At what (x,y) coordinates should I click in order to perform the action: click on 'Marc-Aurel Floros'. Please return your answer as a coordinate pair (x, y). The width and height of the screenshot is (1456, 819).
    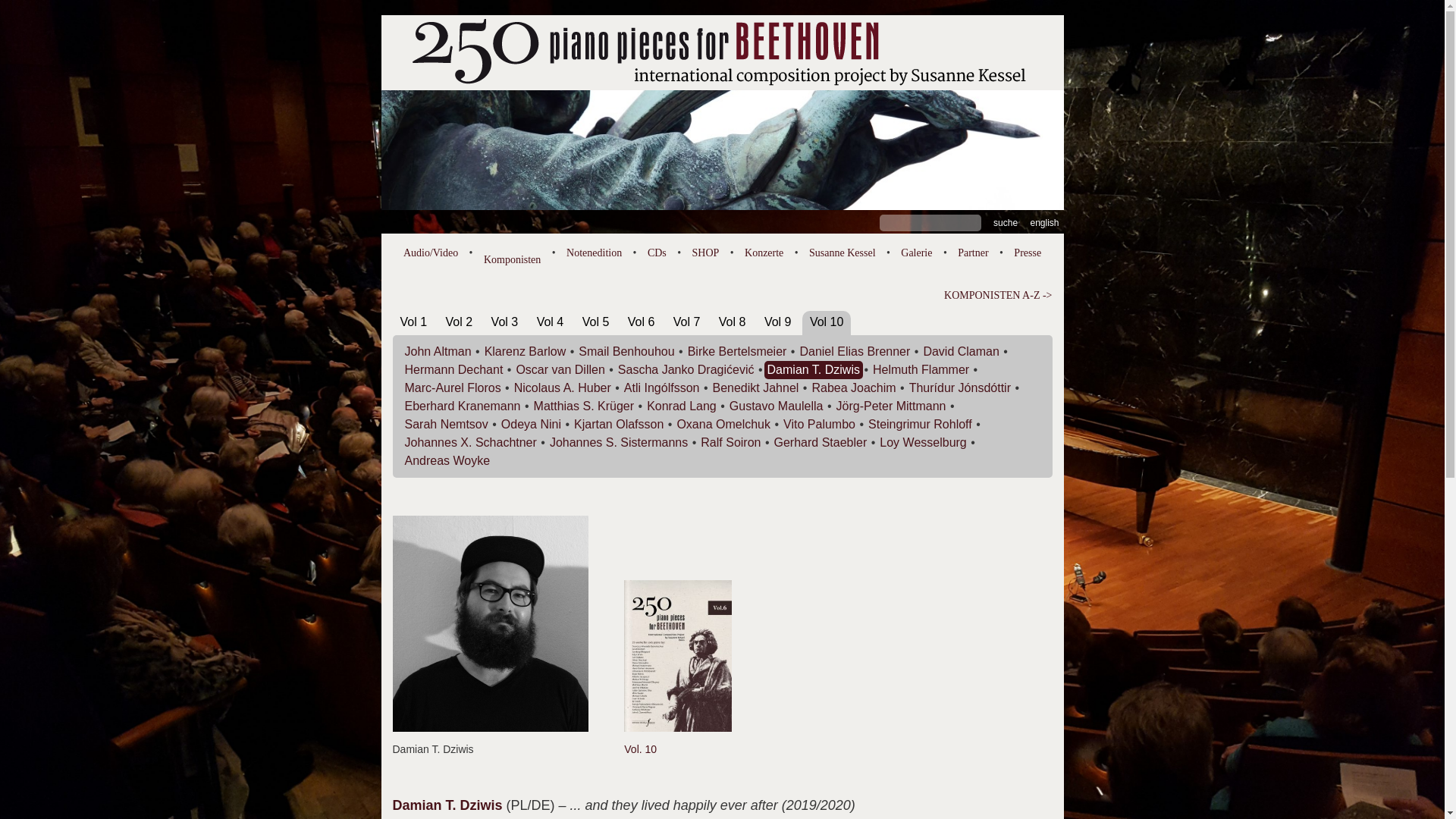
    Looking at the image, I should click on (452, 387).